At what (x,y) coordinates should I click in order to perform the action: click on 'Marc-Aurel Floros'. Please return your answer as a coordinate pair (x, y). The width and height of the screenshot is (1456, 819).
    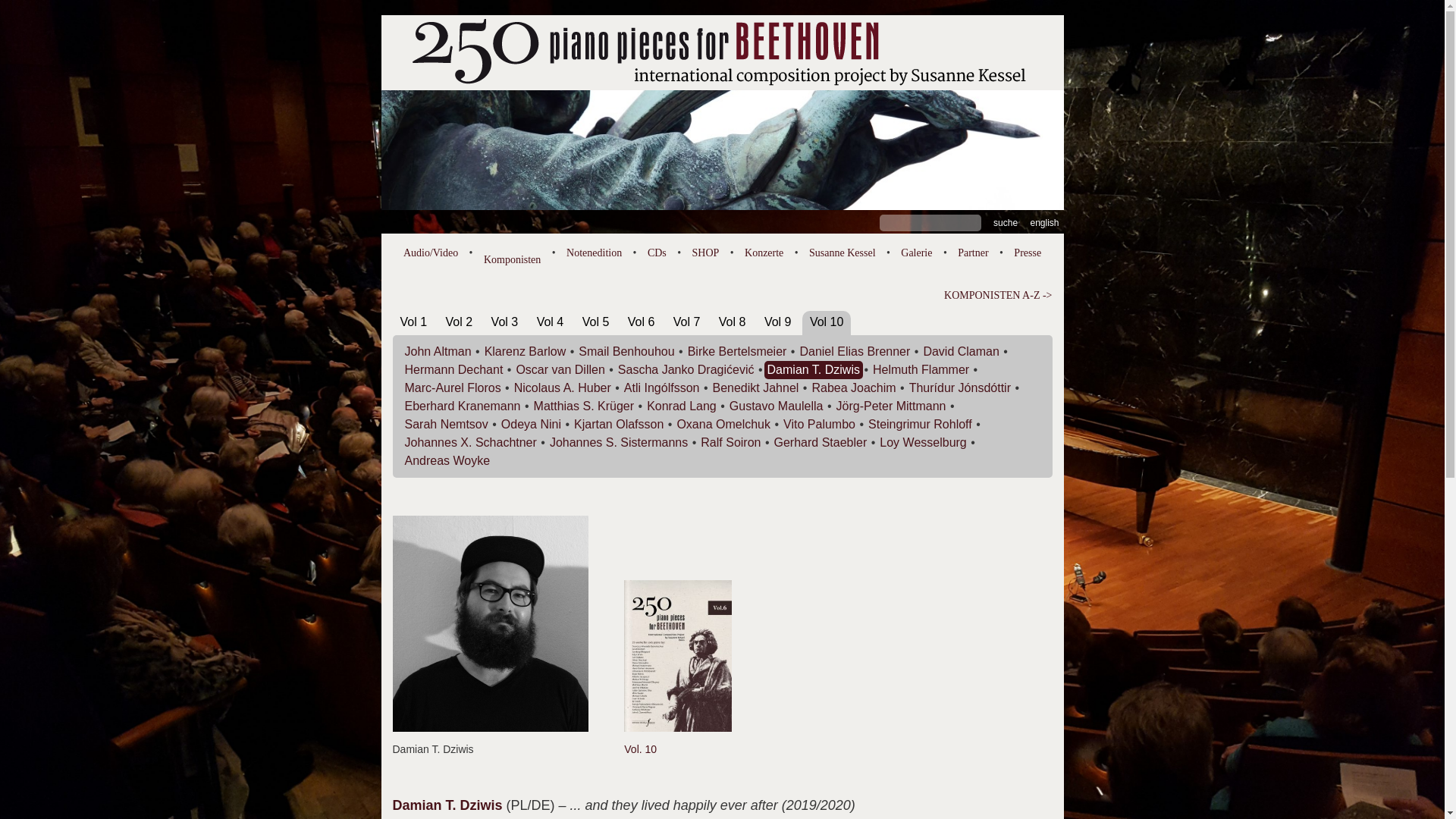
    Looking at the image, I should click on (452, 387).